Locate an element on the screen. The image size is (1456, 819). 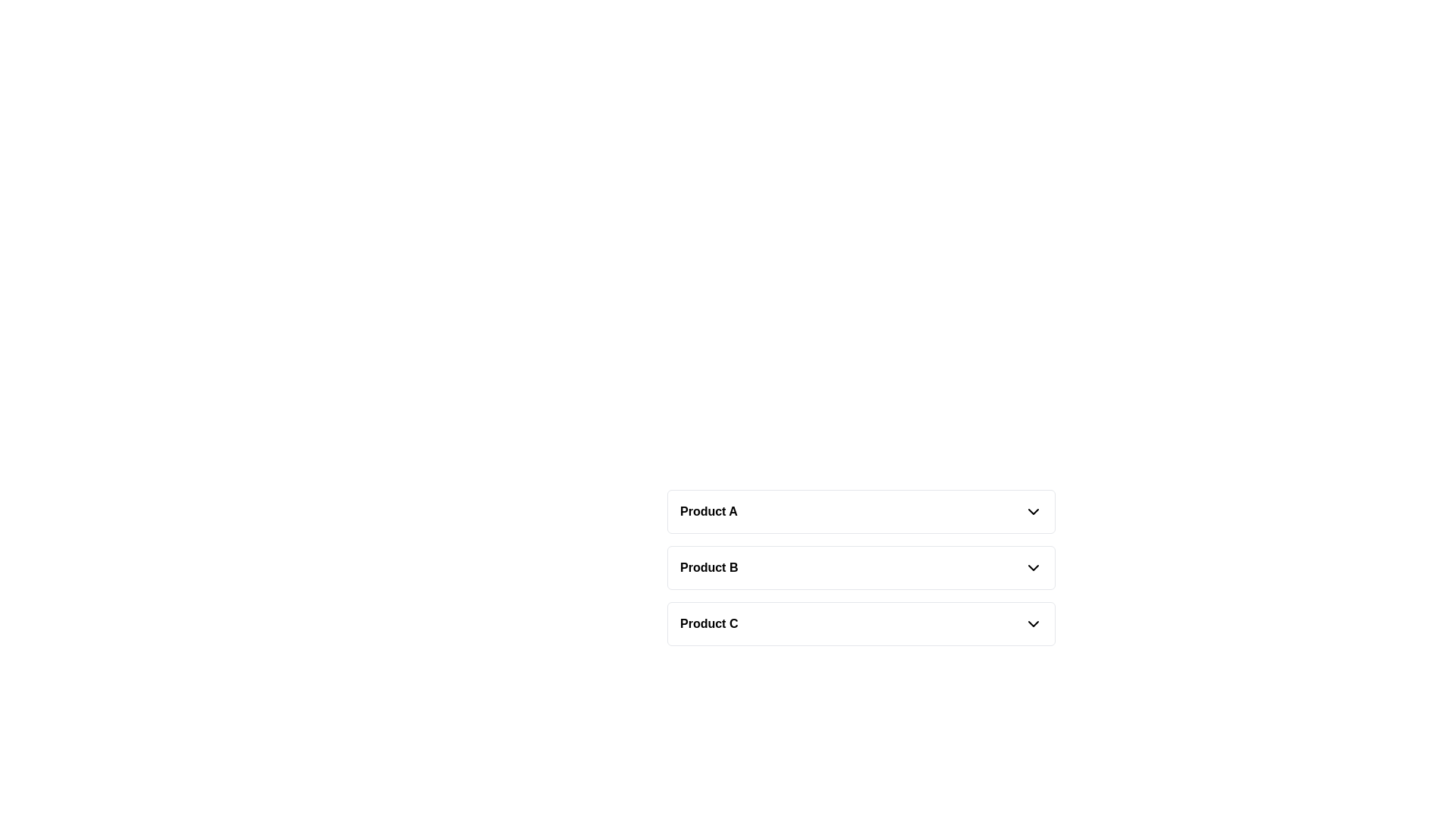
the downward-pointing chevron icon located in the 'Product B' row to trigger any hover effects is located at coordinates (1033, 567).